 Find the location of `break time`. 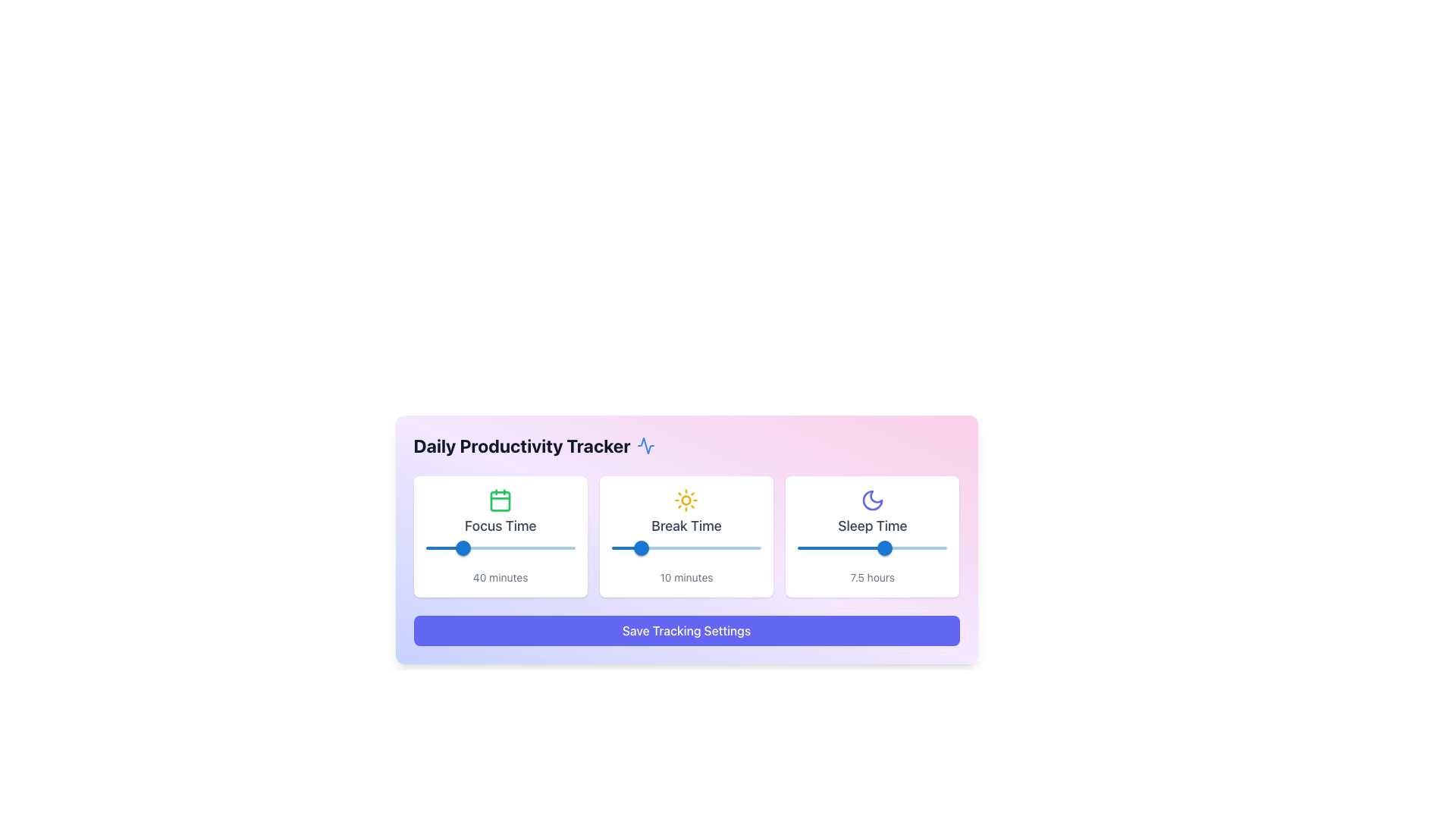

break time is located at coordinates (617, 548).